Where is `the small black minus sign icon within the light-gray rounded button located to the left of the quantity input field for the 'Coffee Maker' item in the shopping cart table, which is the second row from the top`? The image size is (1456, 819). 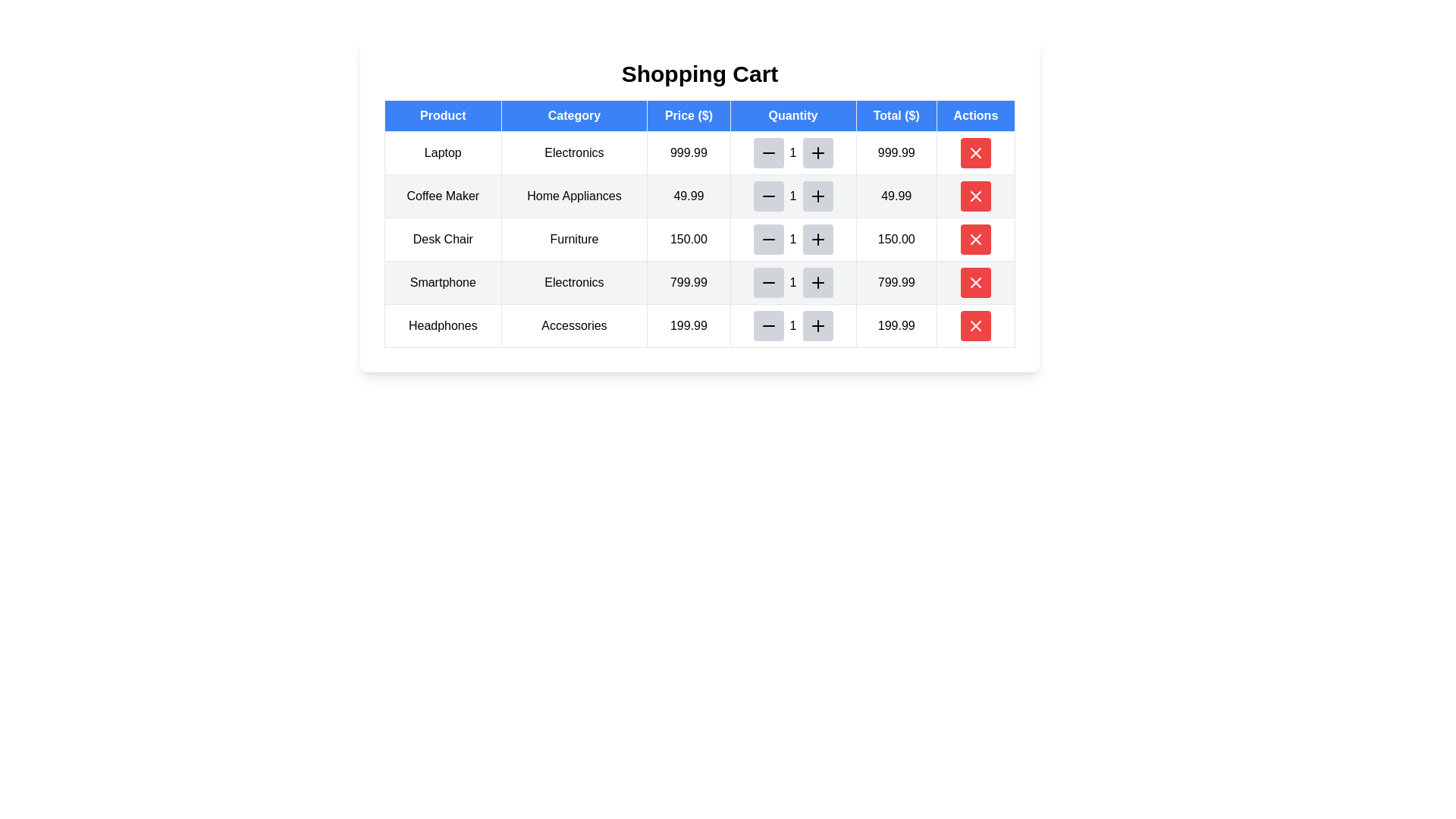
the small black minus sign icon within the light-gray rounded button located to the left of the quantity input field for the 'Coffee Maker' item in the shopping cart table, which is the second row from the top is located at coordinates (768, 195).